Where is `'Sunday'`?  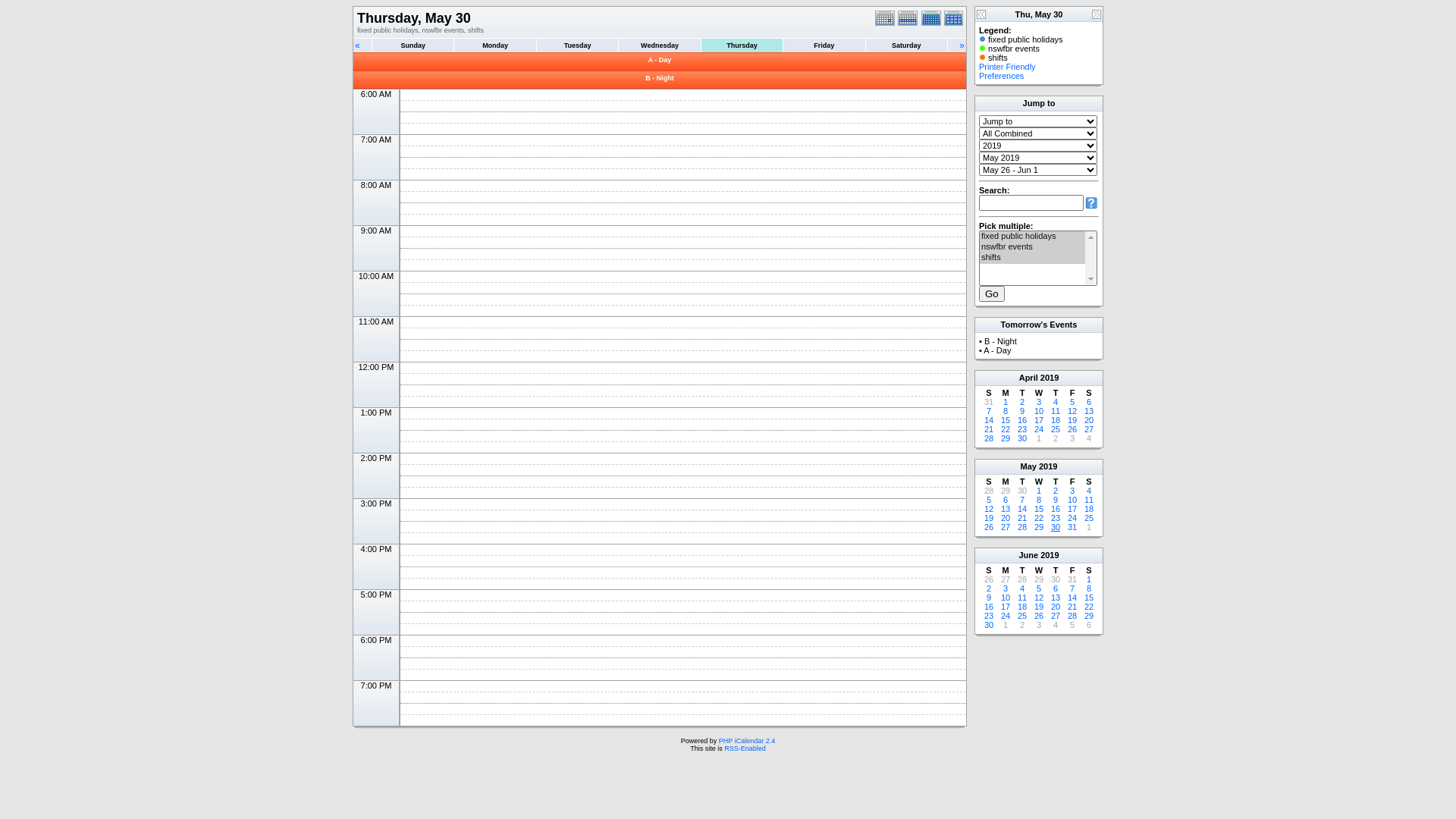
'Sunday' is located at coordinates (413, 45).